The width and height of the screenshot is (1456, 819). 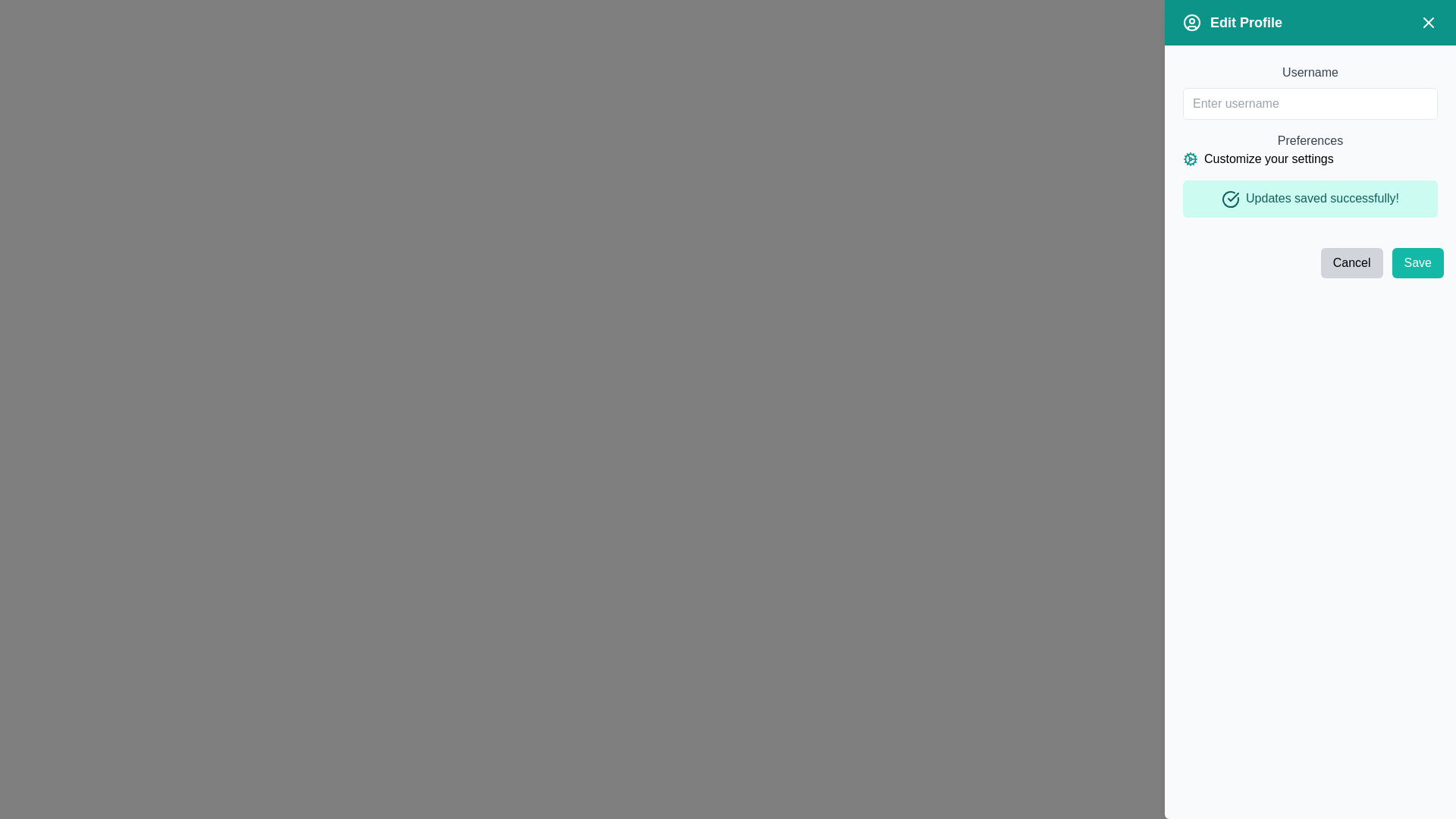 I want to click on the teal checkmark icon within the success notification that indicates 'Updates saved successfully!', so click(x=1230, y=198).